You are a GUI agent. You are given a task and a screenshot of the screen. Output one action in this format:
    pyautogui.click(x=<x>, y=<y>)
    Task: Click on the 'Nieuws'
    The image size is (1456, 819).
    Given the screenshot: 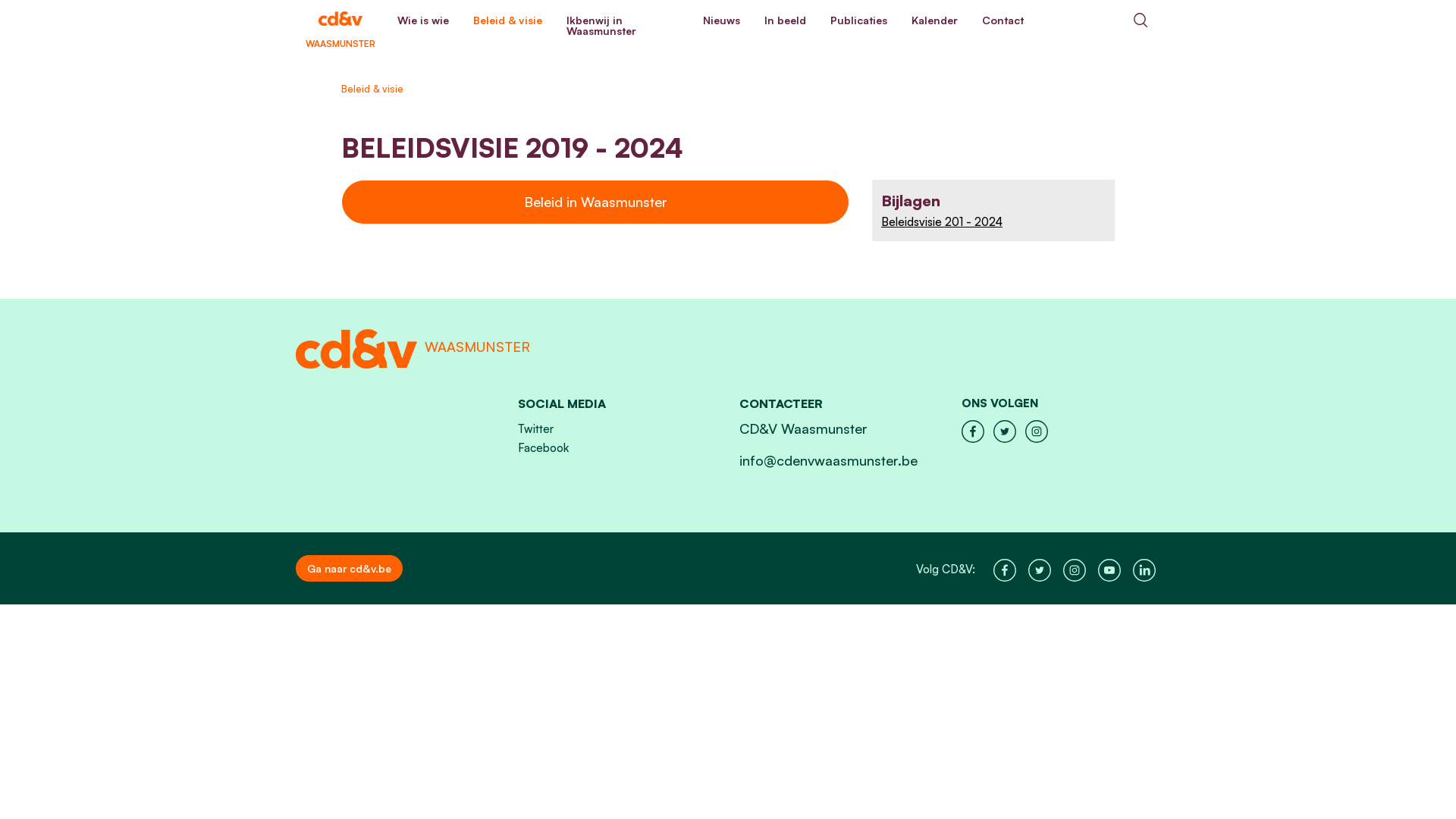 What is the action you would take?
    pyautogui.click(x=720, y=20)
    